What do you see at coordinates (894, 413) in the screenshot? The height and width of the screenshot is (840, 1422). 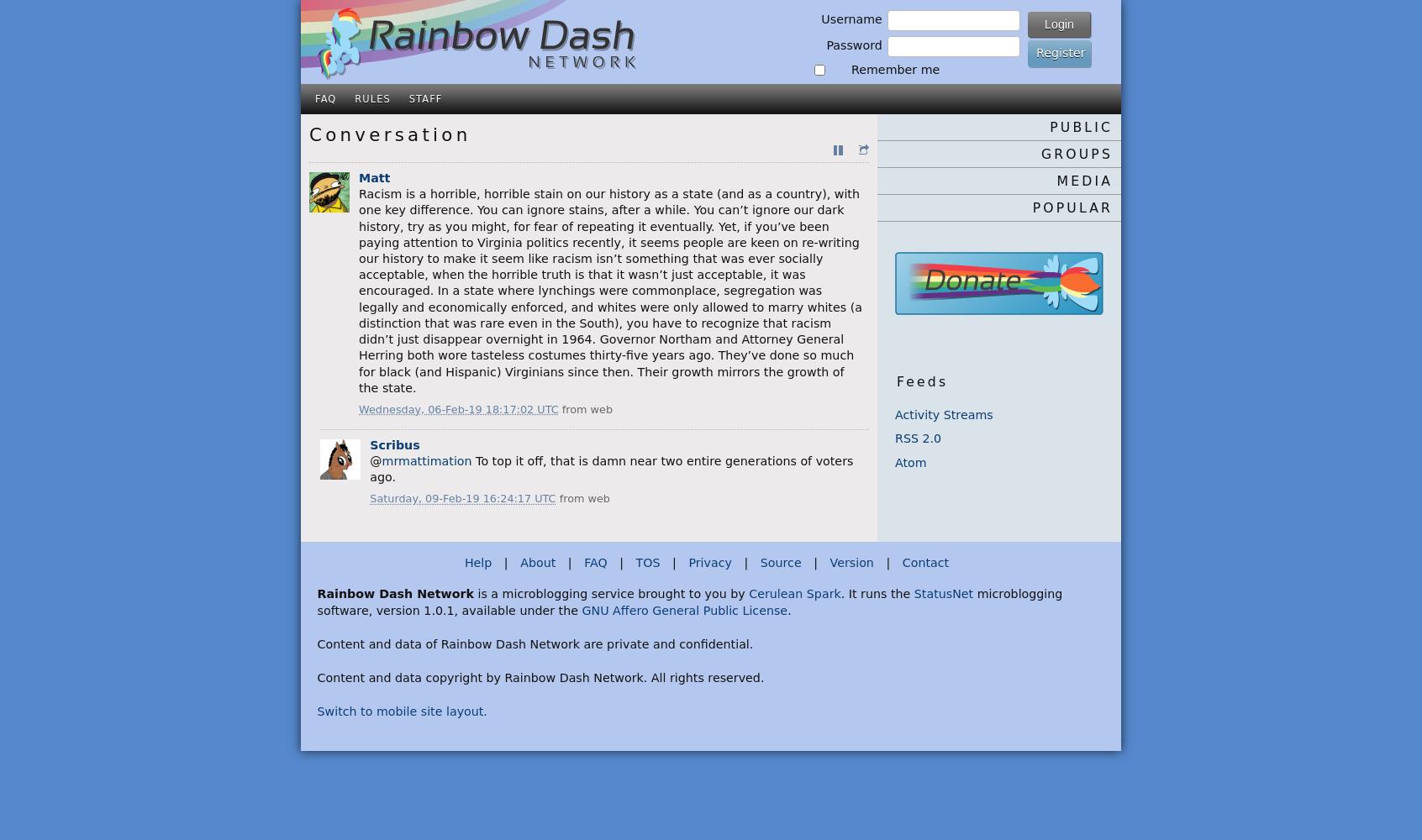 I see `'Activity Streams'` at bounding box center [894, 413].